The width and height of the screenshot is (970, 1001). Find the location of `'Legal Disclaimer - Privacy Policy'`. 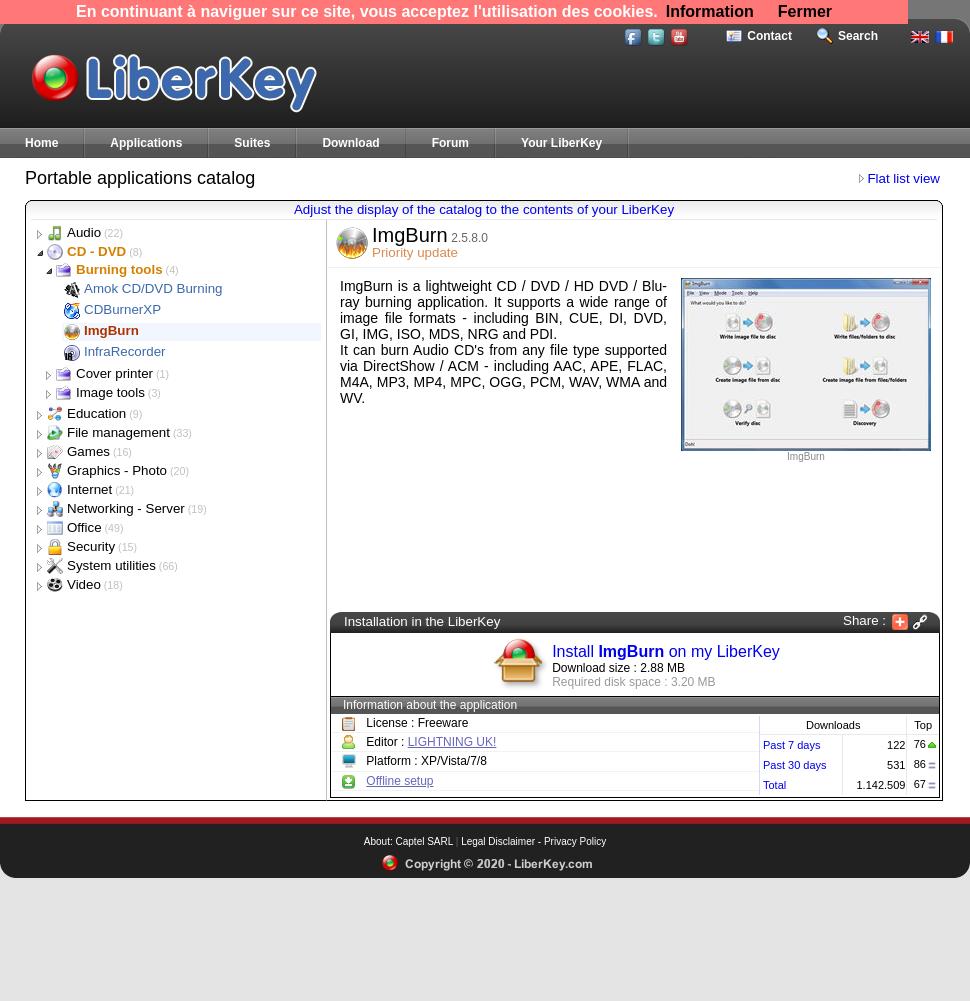

'Legal Disclaimer - Privacy Policy' is located at coordinates (533, 840).